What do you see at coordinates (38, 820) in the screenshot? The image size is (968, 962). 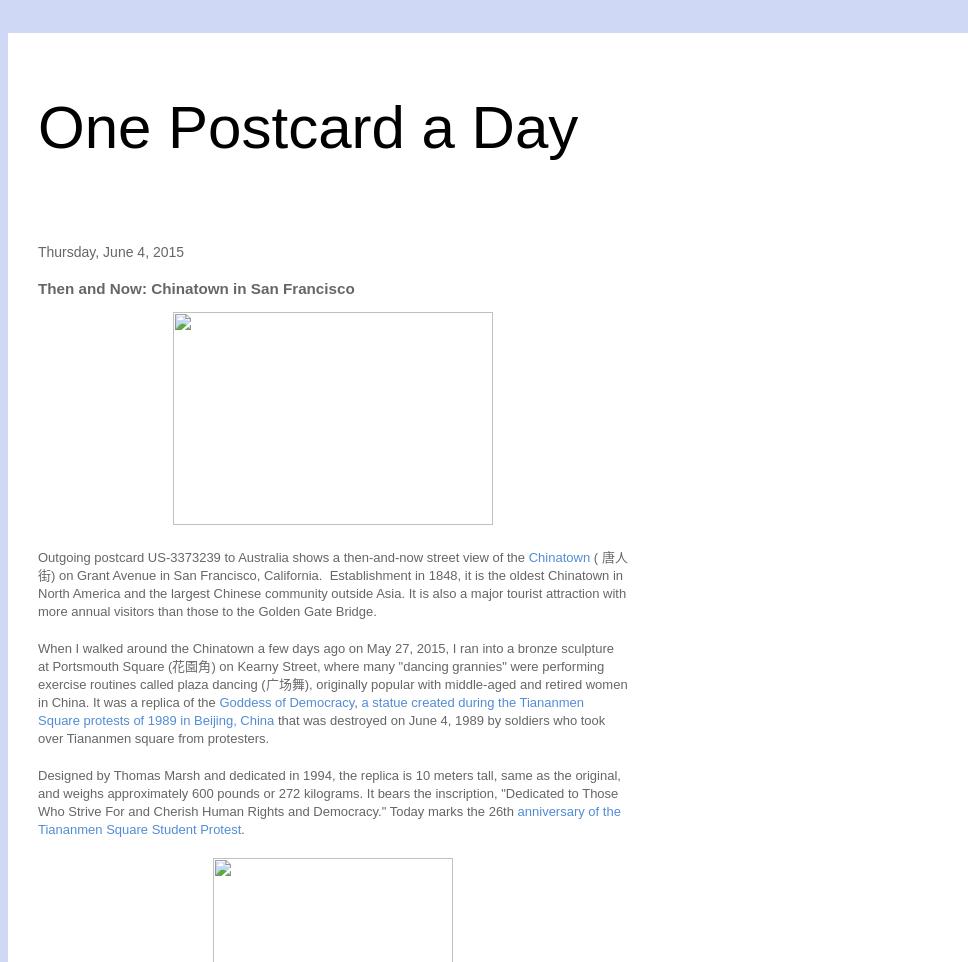 I see `'anniversary of the Tiananmen Square Student Protest'` at bounding box center [38, 820].